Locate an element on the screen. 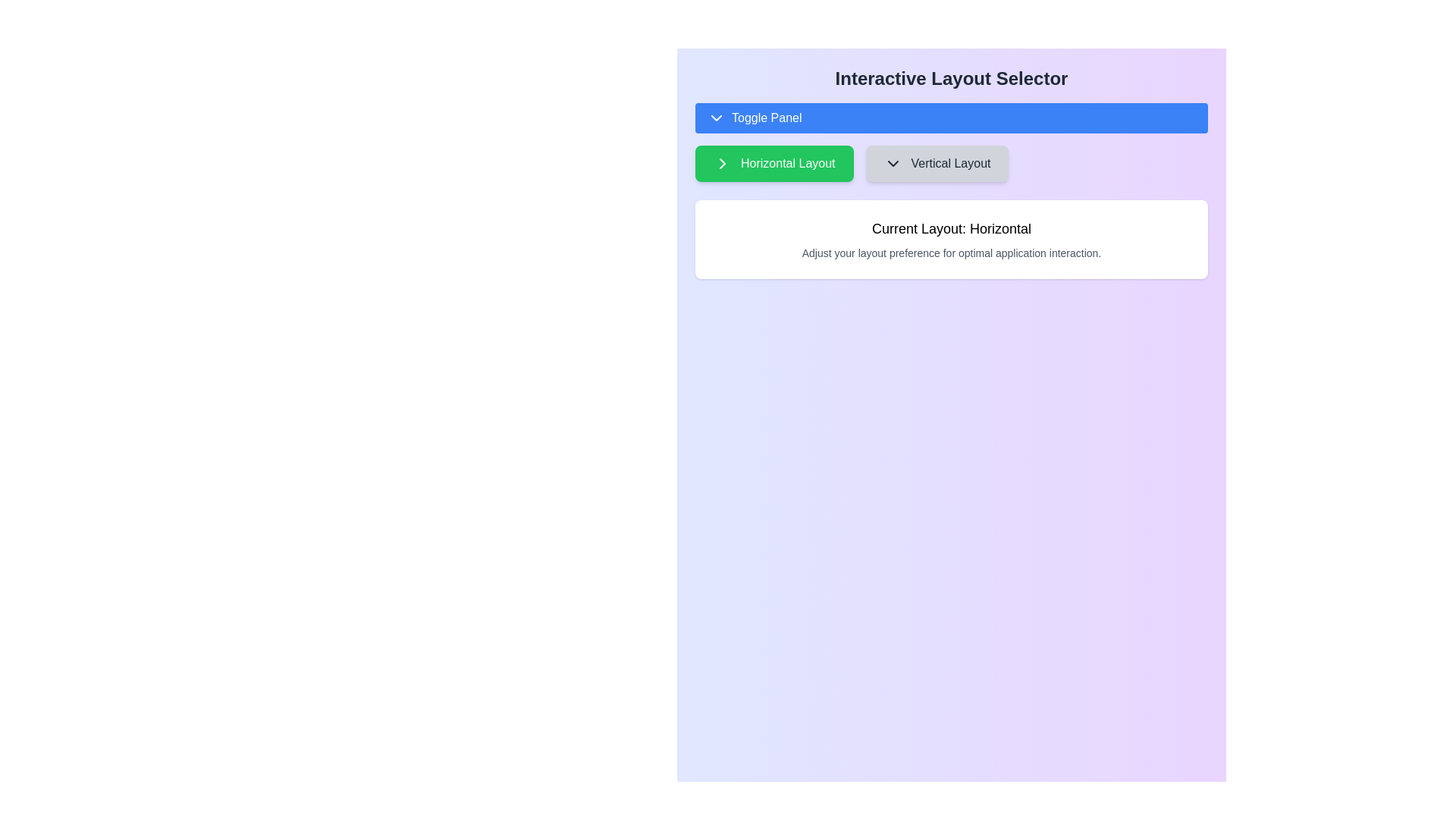 The height and width of the screenshot is (819, 1456). the 'Toggle Panel' button to toggle the visibility of the panel is located at coordinates (950, 117).